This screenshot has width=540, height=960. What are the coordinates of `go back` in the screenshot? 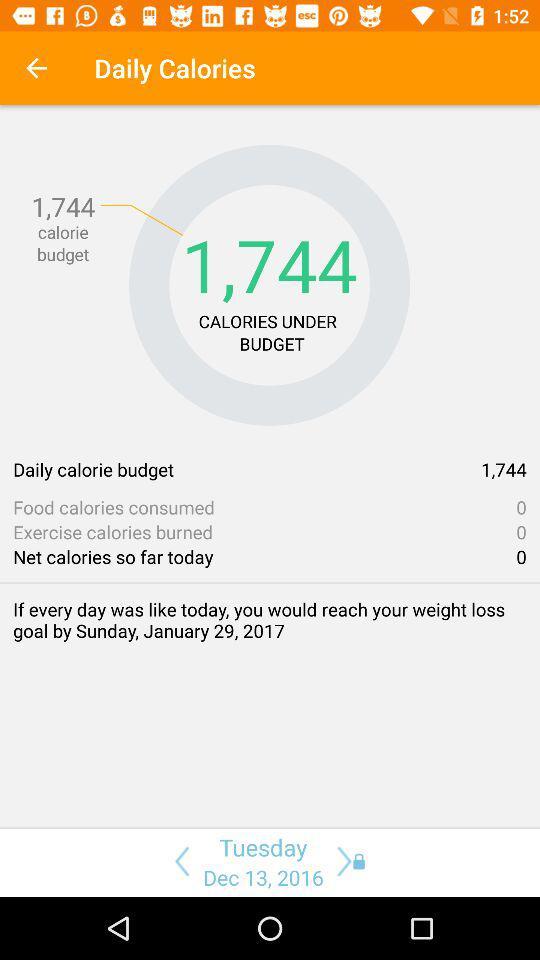 It's located at (178, 860).